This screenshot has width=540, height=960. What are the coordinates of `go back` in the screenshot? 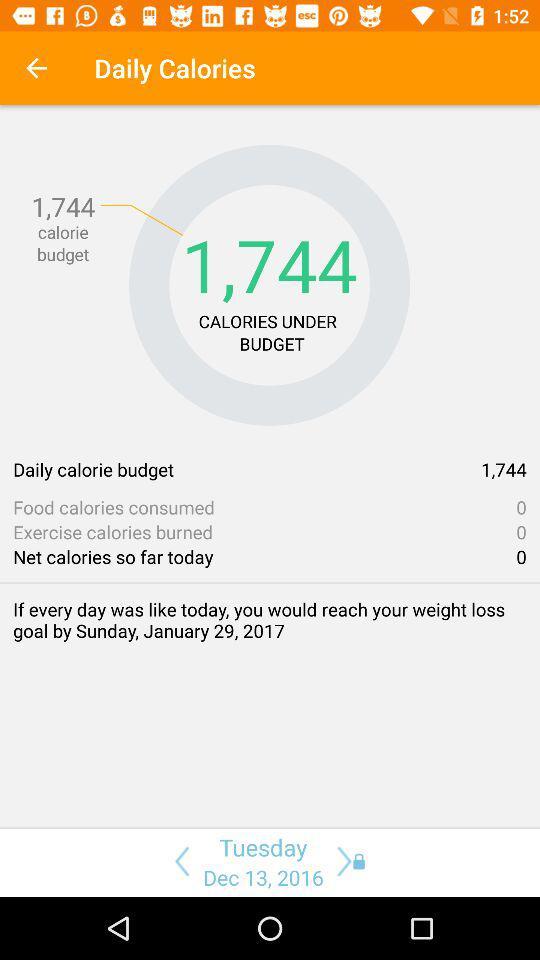 It's located at (178, 860).